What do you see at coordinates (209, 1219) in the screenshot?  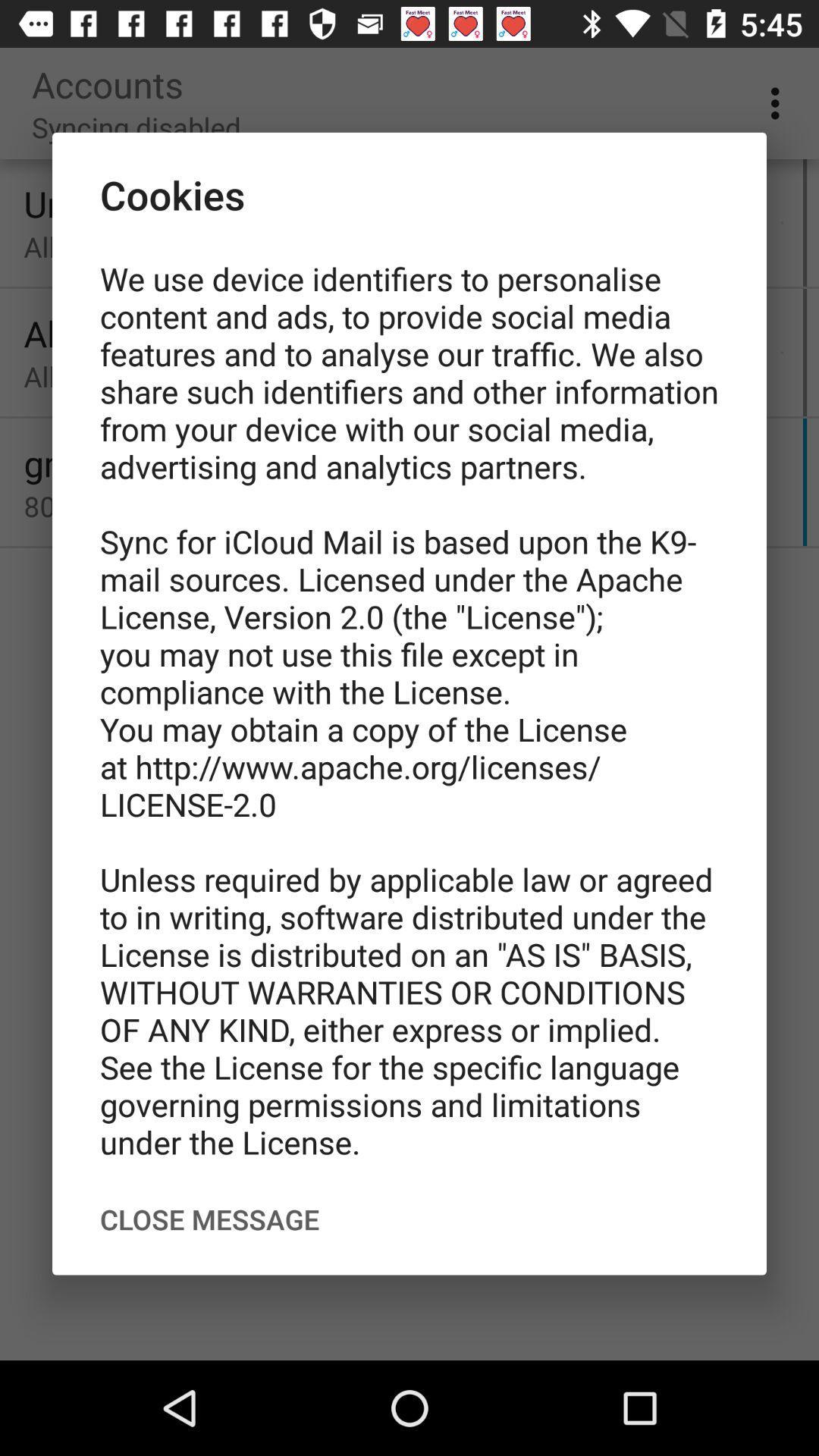 I see `close message at the bottom left corner` at bounding box center [209, 1219].